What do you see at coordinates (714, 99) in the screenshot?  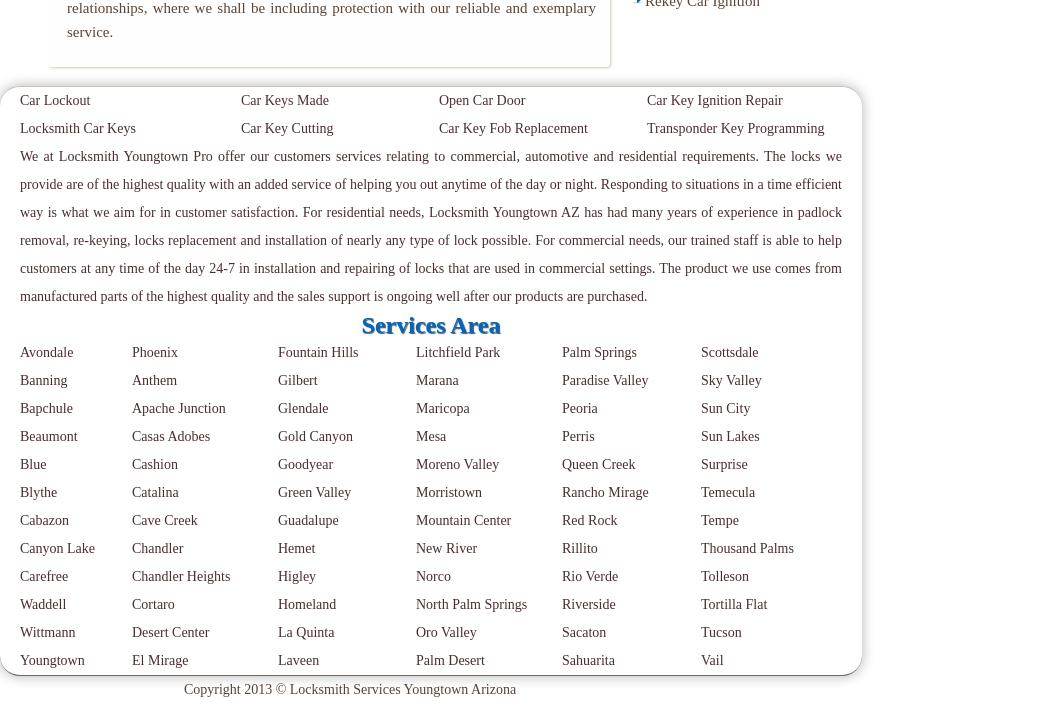 I see `'Car Key Ignition Repair'` at bounding box center [714, 99].